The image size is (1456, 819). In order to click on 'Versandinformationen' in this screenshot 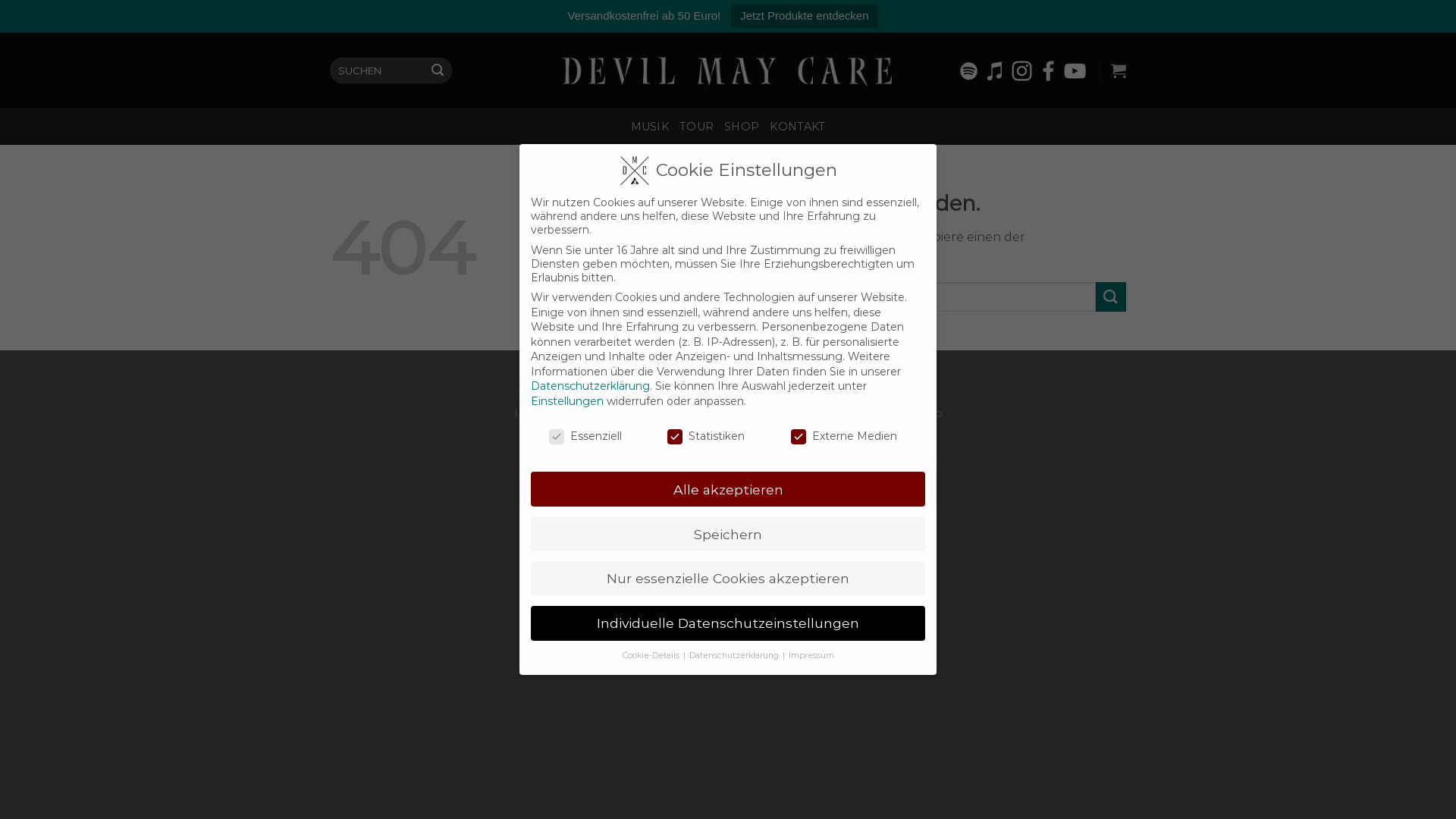, I will do `click(786, 413)`.